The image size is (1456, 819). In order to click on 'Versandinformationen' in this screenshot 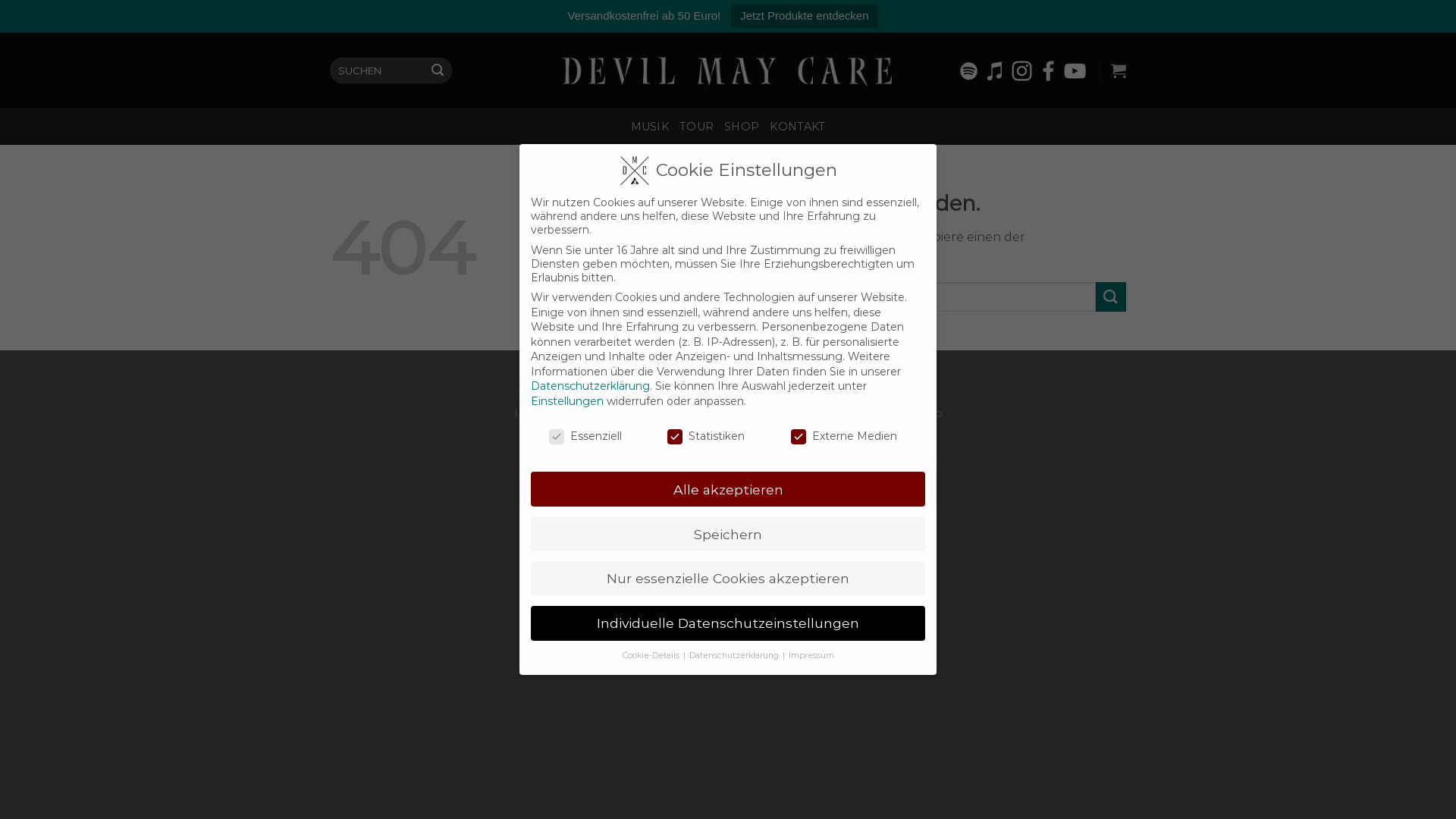, I will do `click(786, 413)`.